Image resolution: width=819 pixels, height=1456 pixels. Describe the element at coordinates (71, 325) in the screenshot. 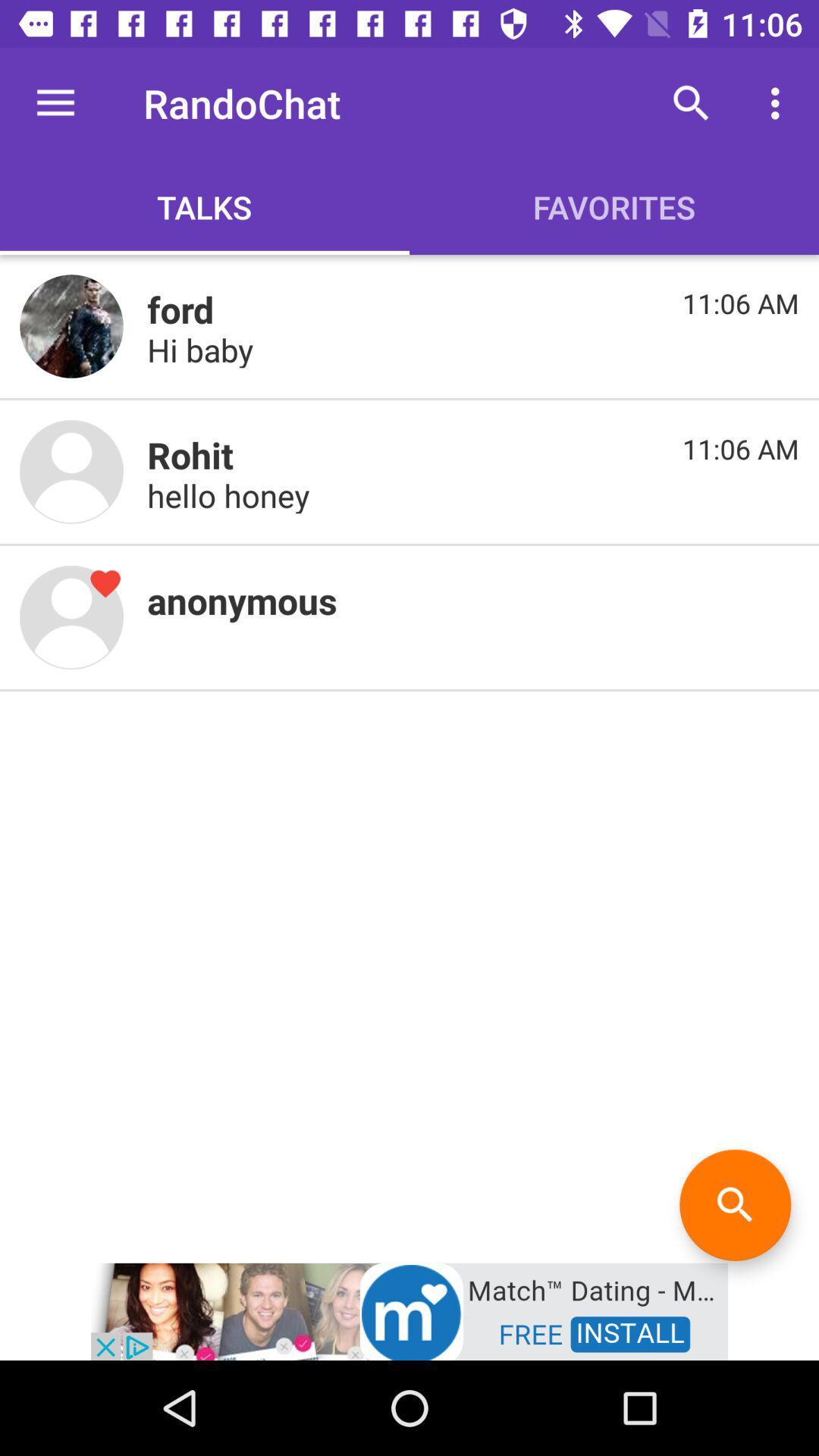

I see `profile` at that location.